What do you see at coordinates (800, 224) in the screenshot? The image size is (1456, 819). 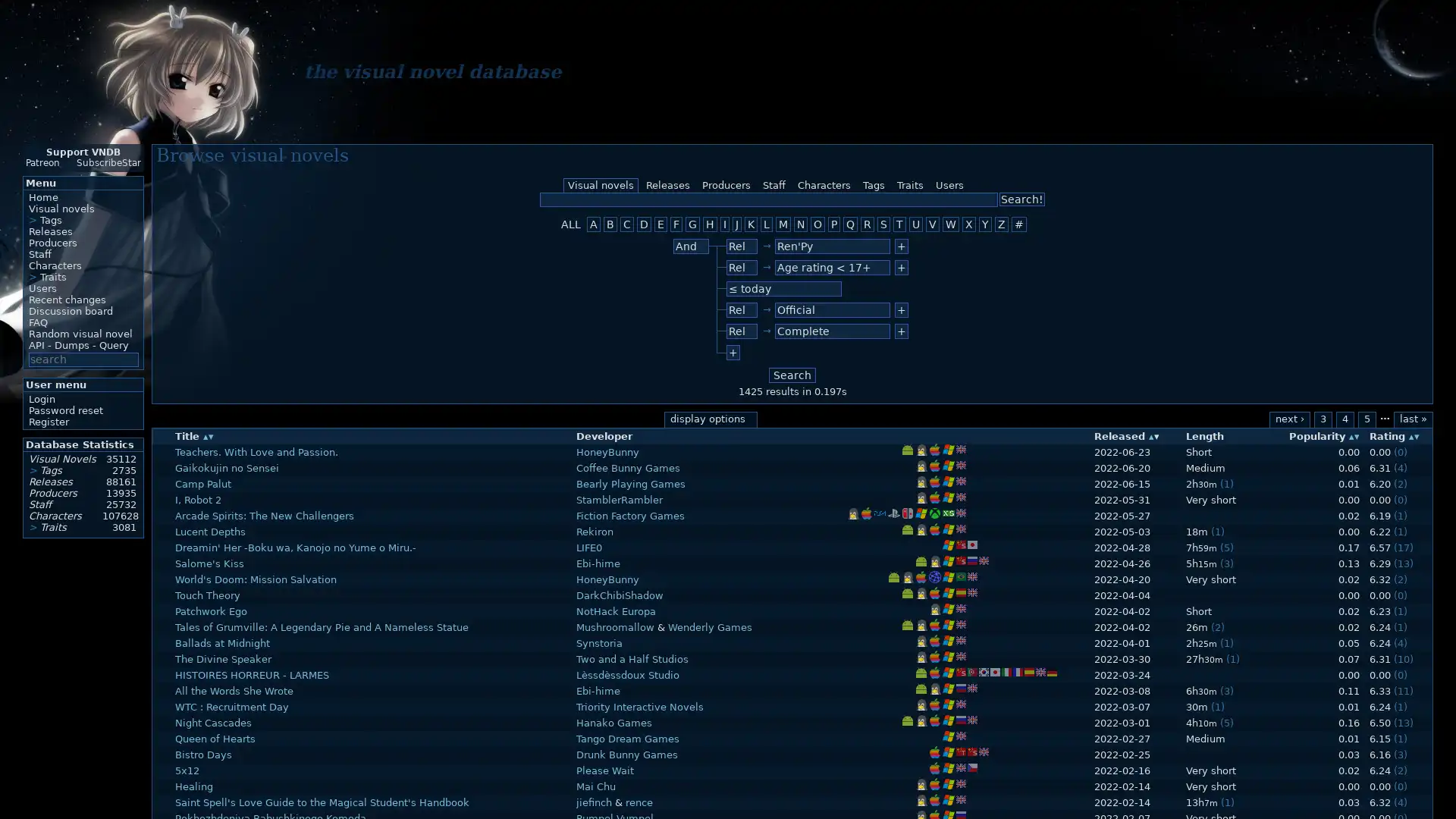 I see `N` at bounding box center [800, 224].